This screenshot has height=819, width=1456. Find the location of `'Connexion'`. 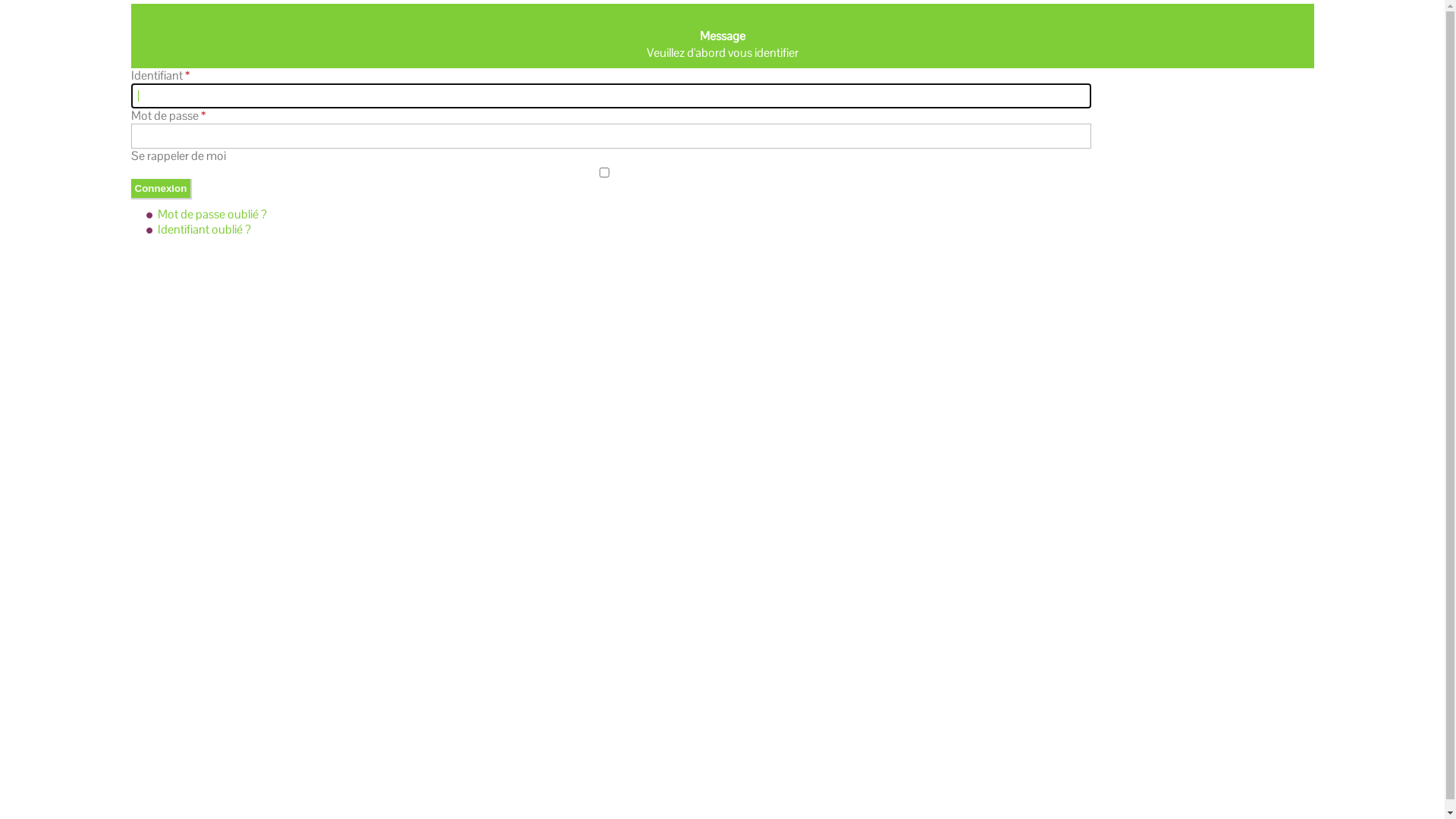

'Connexion' is located at coordinates (160, 187).